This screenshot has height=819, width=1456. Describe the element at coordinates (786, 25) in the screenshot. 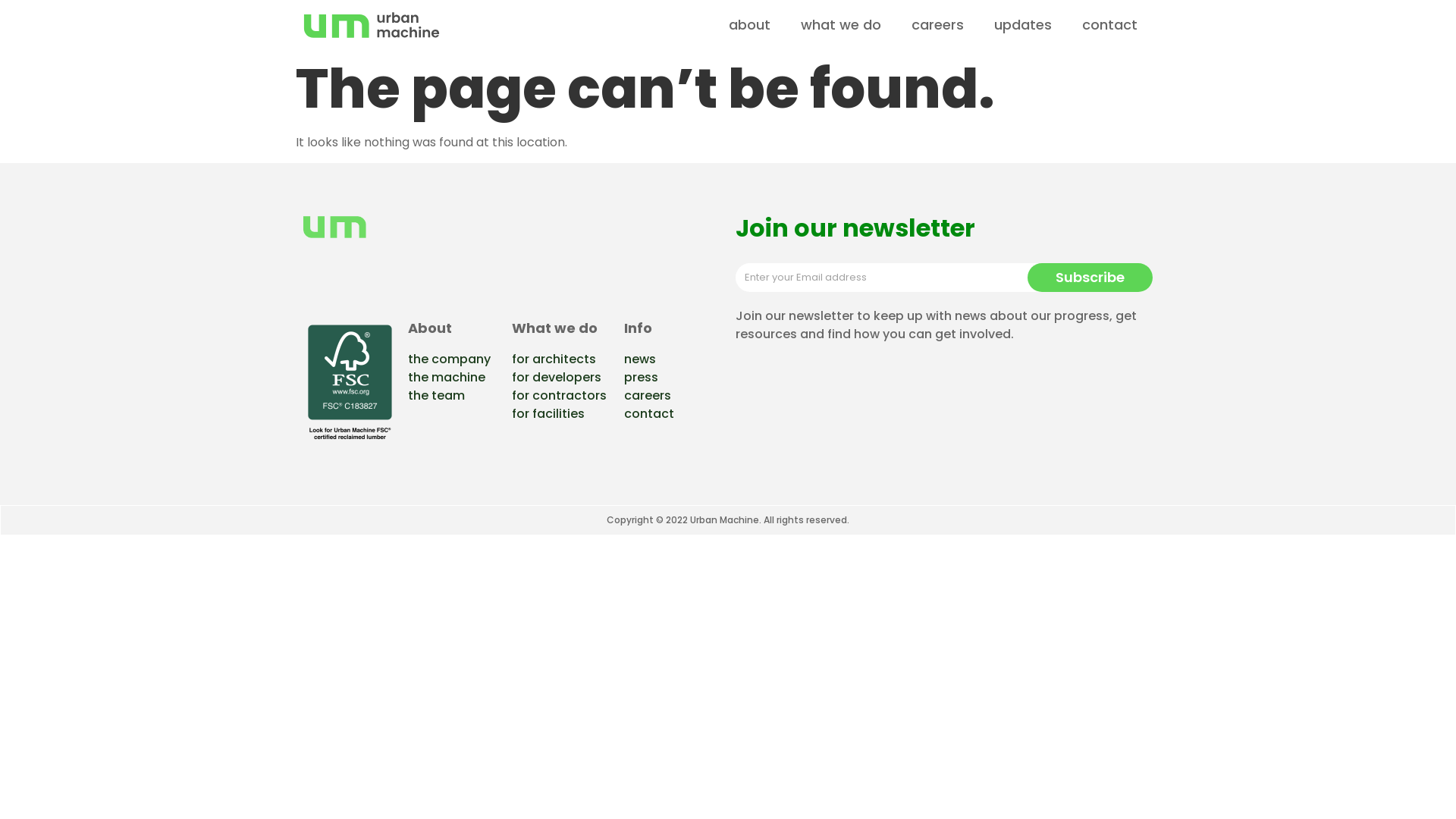

I see `'what we do'` at that location.